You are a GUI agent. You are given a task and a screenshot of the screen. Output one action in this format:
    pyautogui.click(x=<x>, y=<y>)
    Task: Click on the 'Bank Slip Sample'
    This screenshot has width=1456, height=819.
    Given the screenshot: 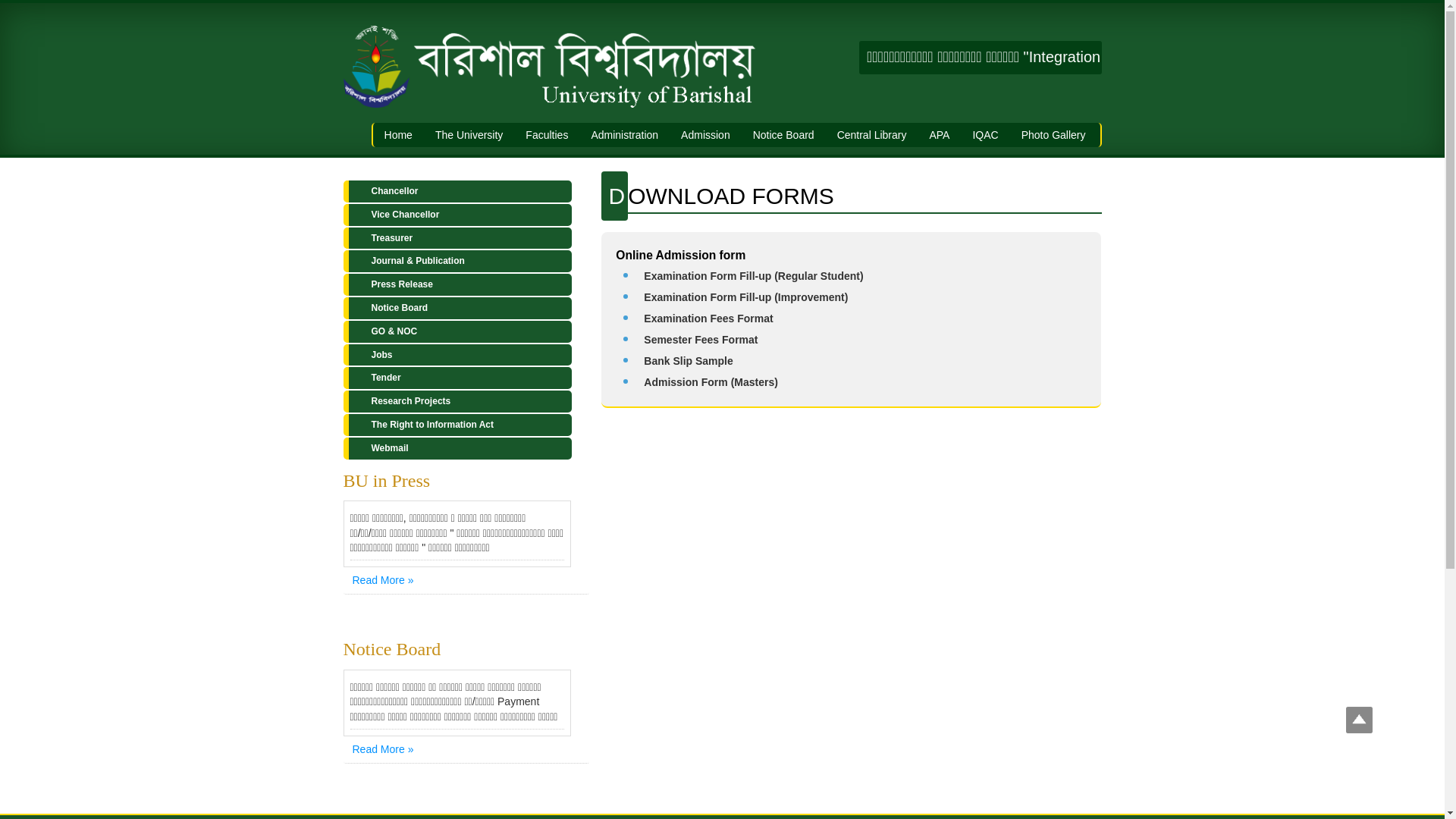 What is the action you would take?
    pyautogui.click(x=687, y=360)
    